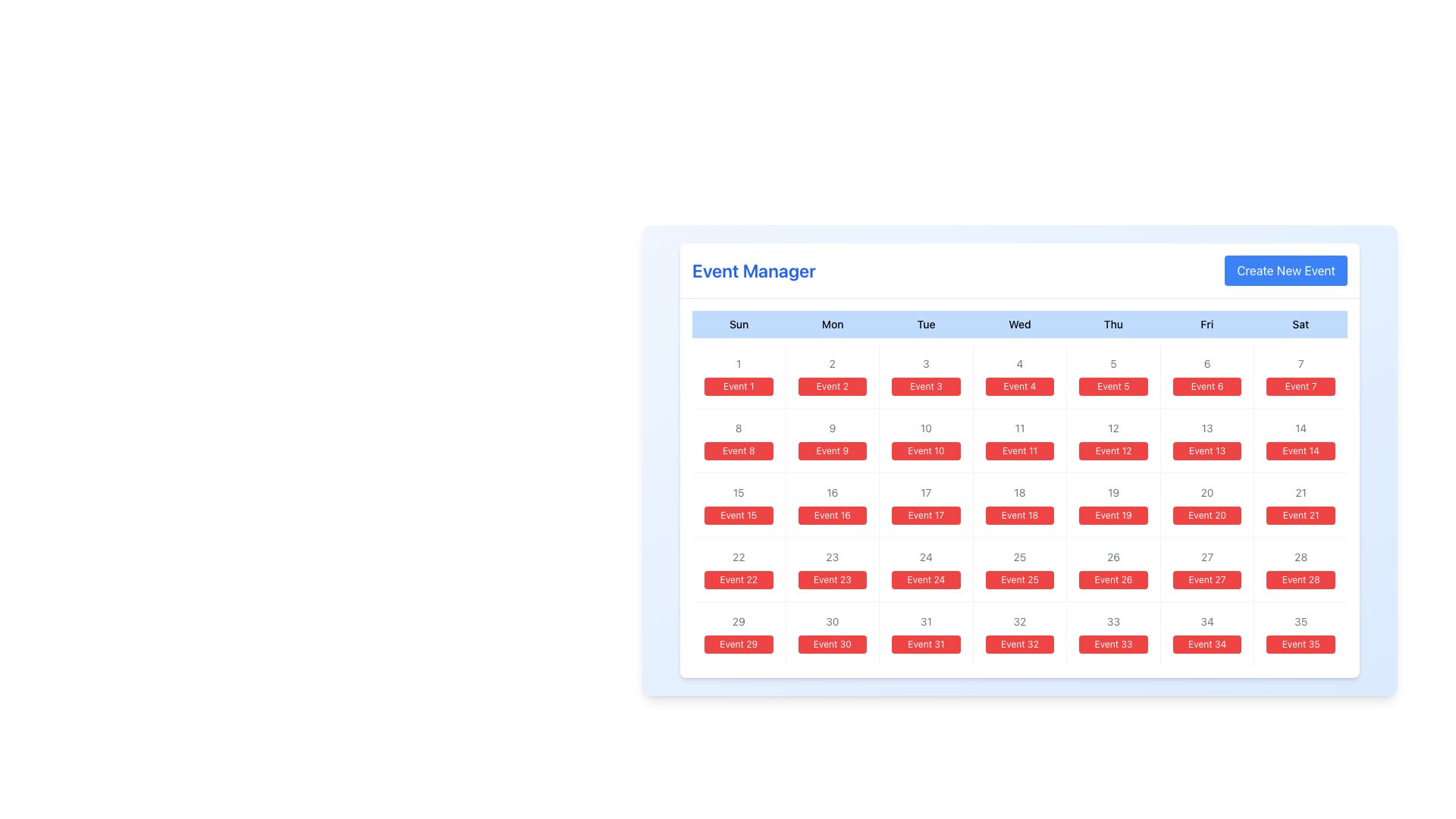 This screenshot has width=1456, height=819. Describe the element at coordinates (1019, 557) in the screenshot. I see `the text label displaying the number '25' in light gray font, located above the red button labeled 'Event 25' in the calendar grid under the 'Wed' column` at that location.